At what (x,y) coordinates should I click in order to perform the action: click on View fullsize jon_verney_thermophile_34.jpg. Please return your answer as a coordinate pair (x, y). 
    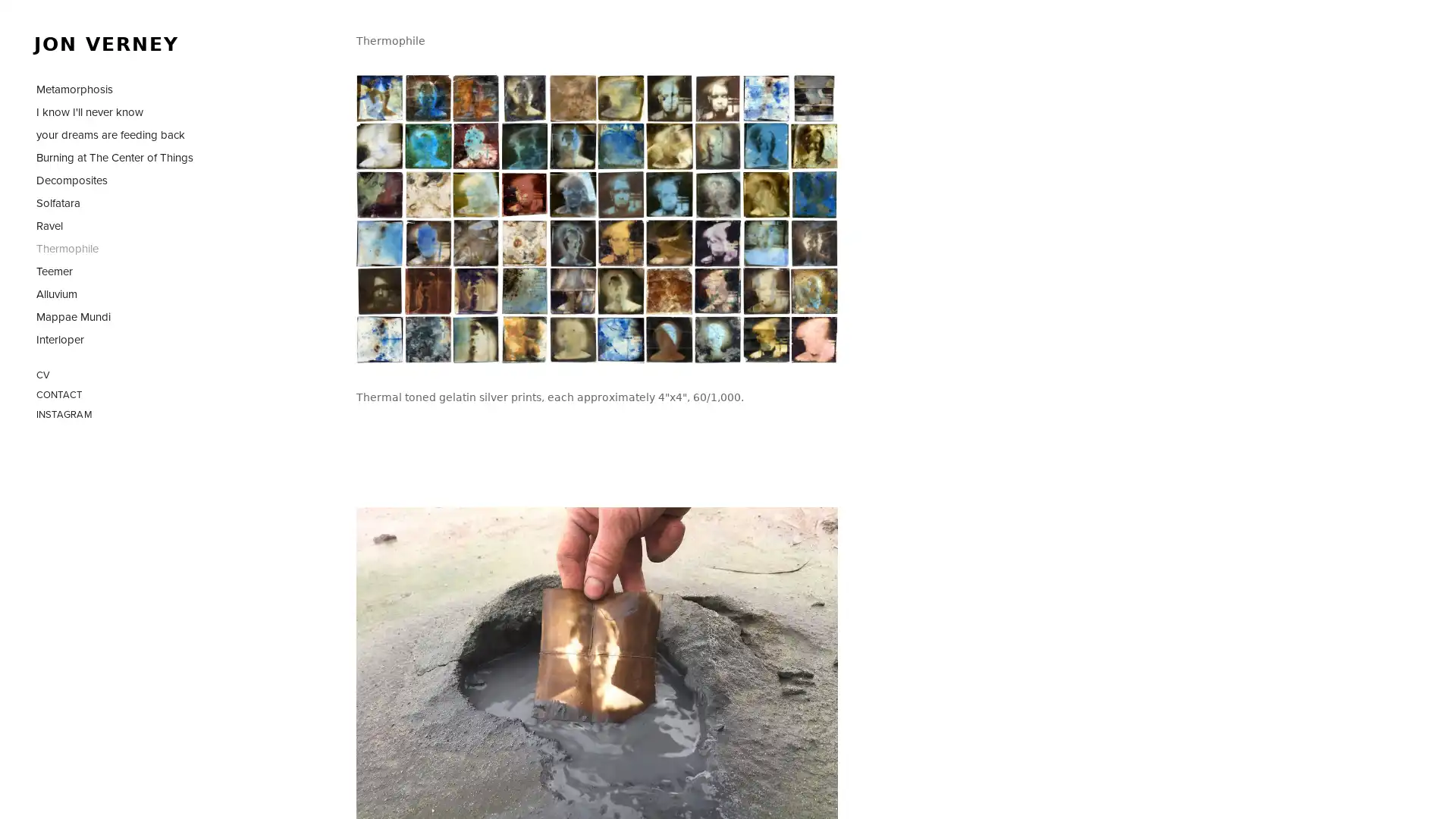
    Looking at the image, I should click on (475, 97).